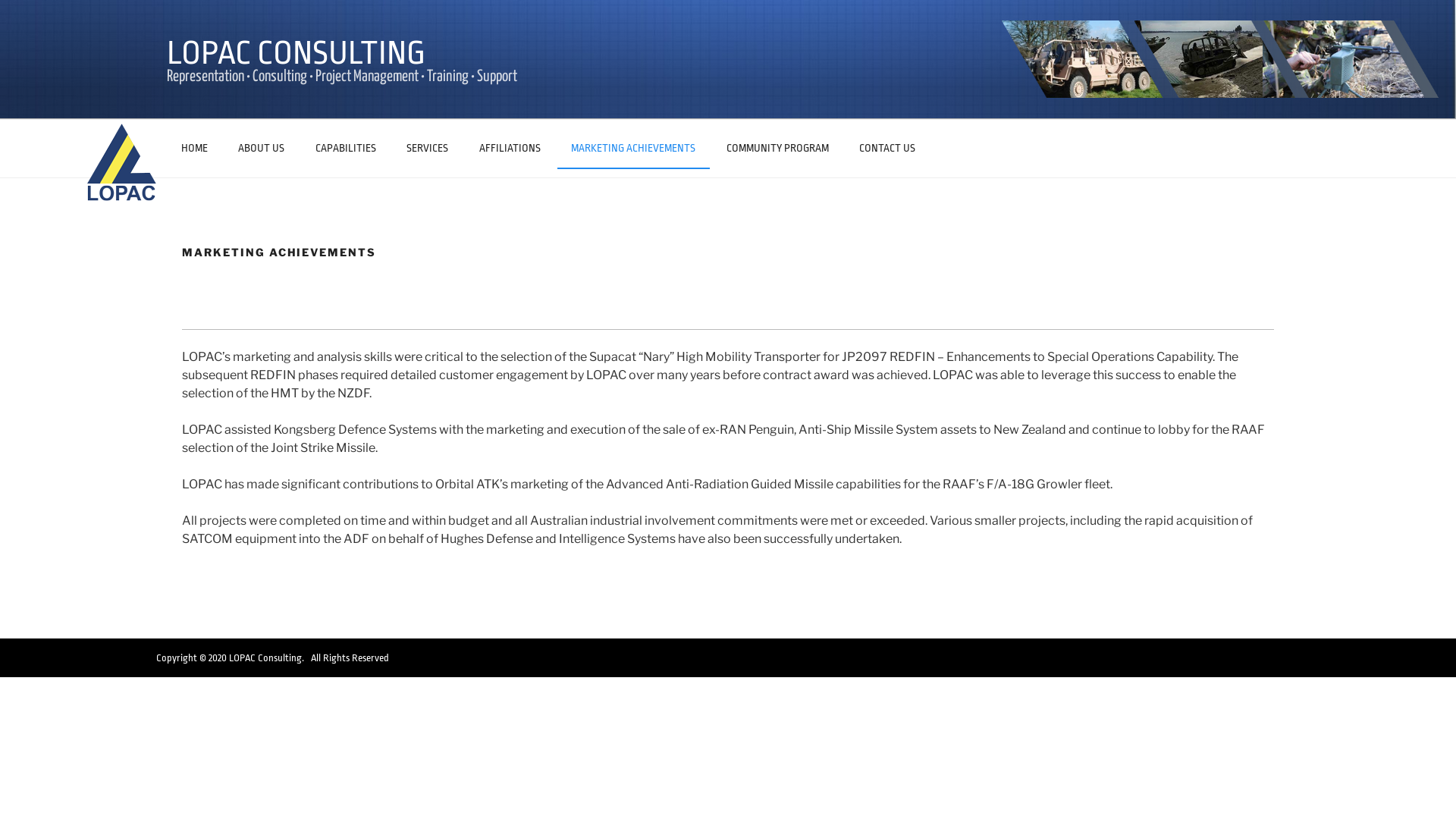 The width and height of the screenshot is (1456, 819). Describe the element at coordinates (193, 147) in the screenshot. I see `'HOME'` at that location.